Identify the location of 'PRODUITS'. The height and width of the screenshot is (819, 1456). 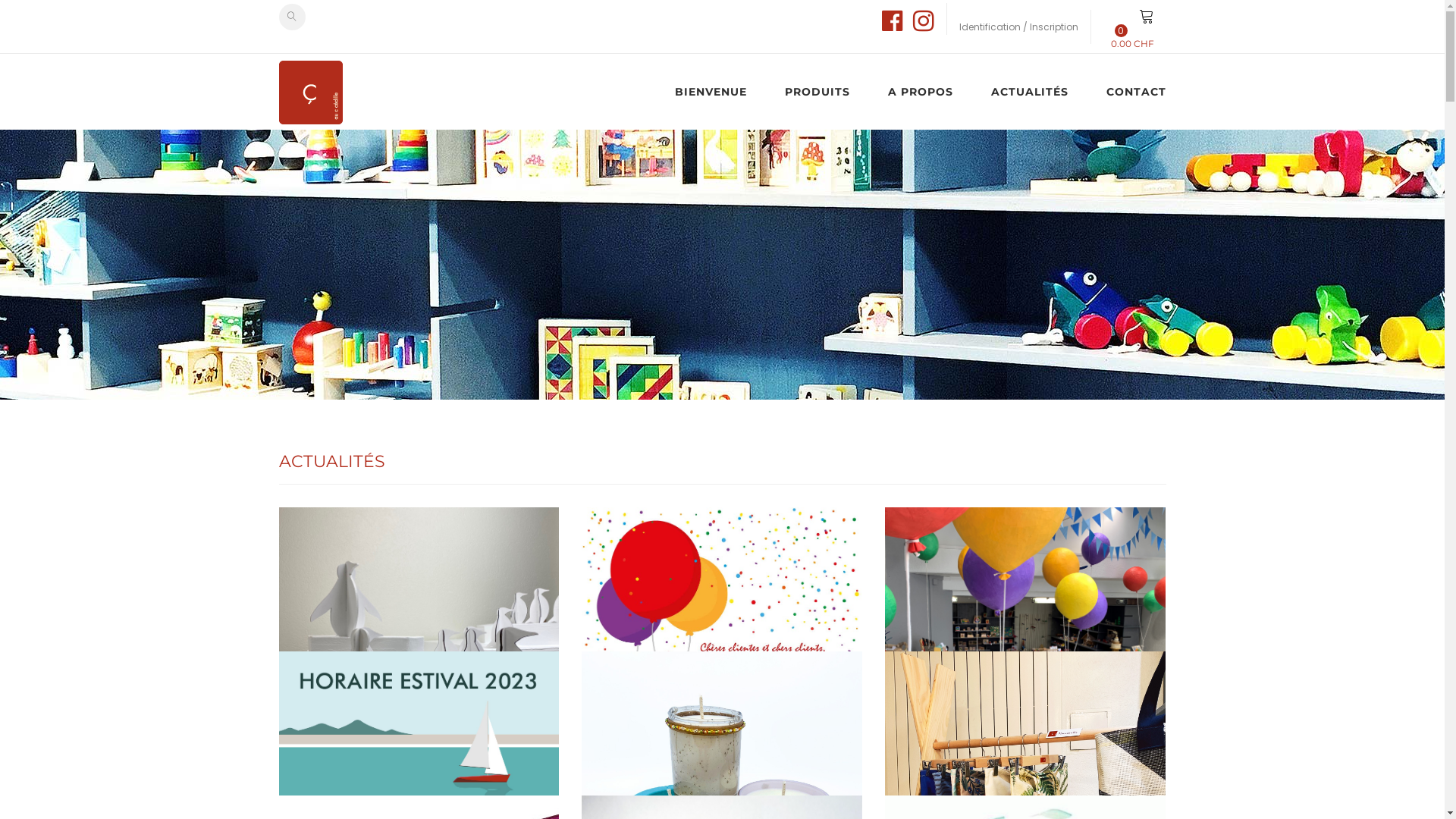
(817, 91).